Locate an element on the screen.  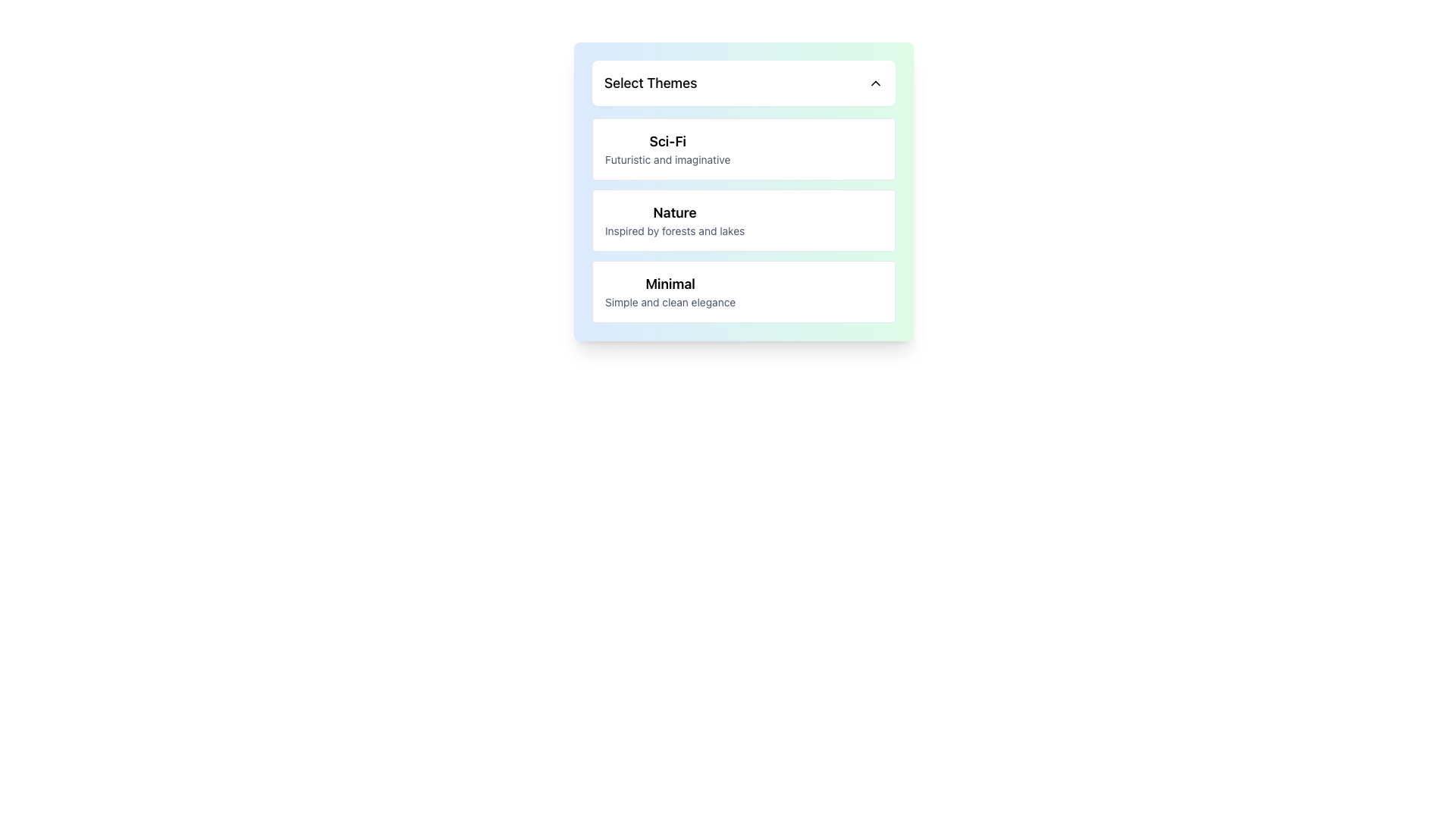
the Chevron Up icon located to the right of the 'Select Themes' text is located at coordinates (876, 83).